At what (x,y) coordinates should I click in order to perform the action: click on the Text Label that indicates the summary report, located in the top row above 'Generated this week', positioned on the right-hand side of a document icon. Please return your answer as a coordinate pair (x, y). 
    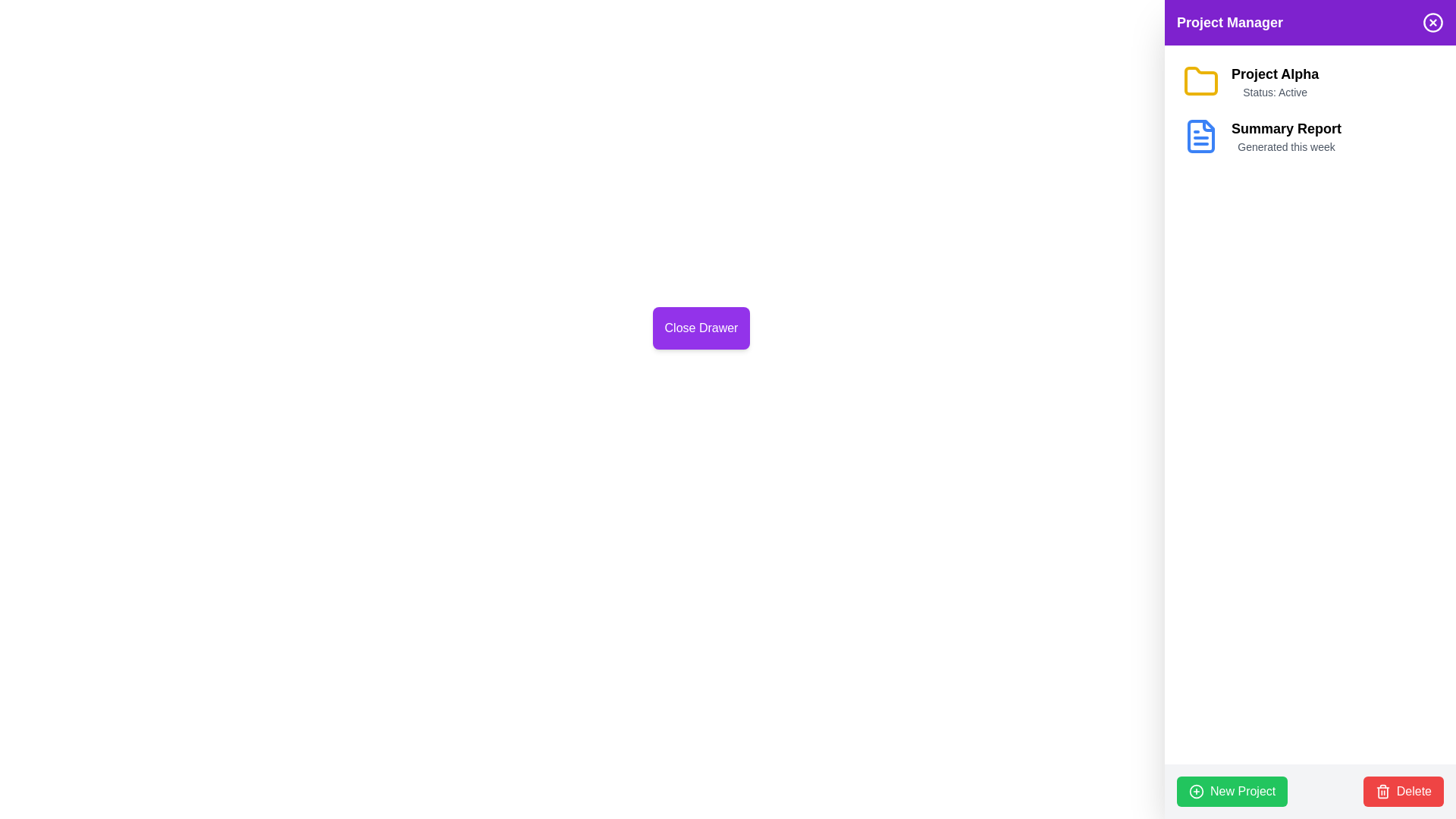
    Looking at the image, I should click on (1285, 127).